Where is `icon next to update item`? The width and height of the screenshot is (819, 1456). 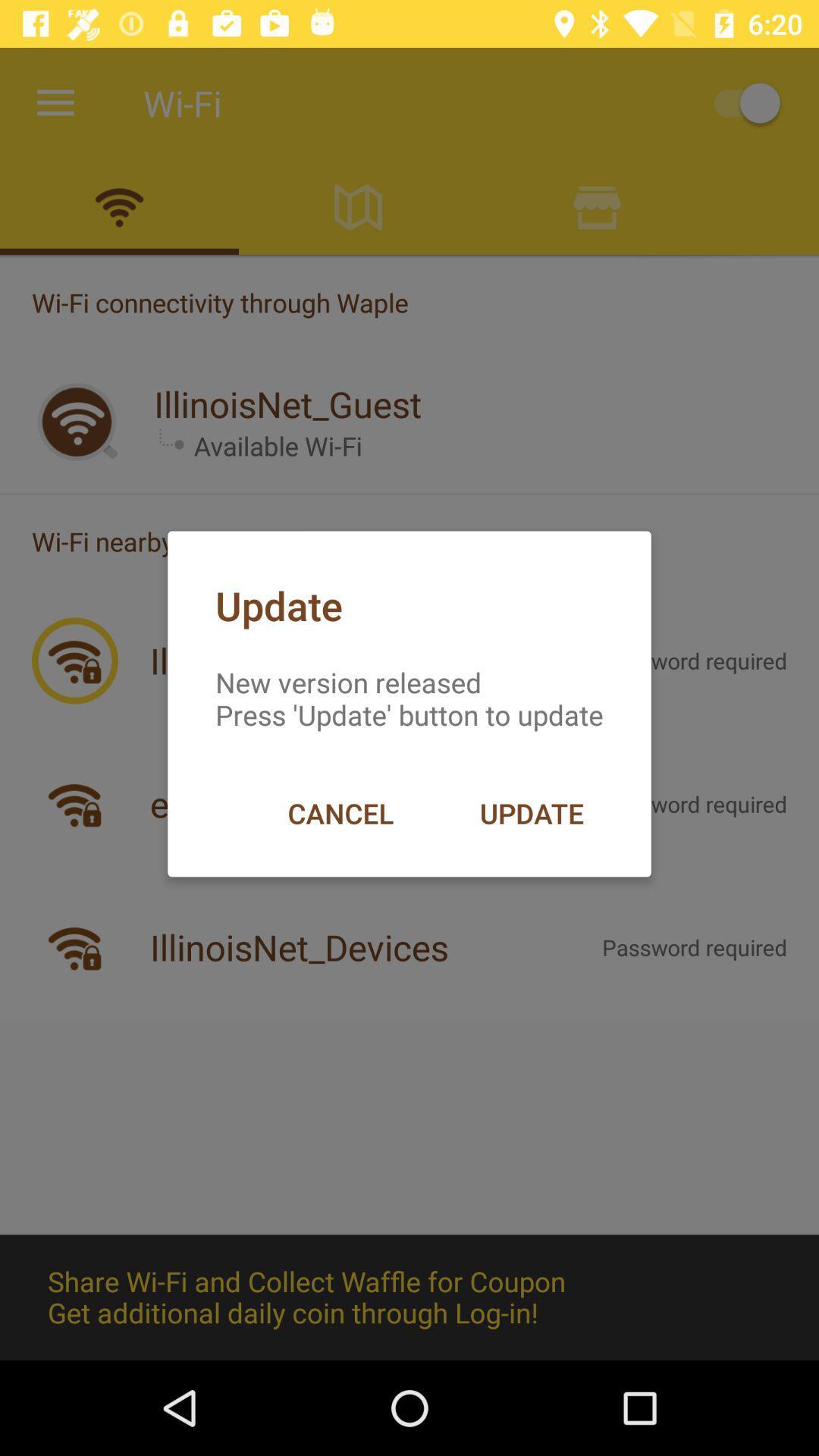
icon next to update item is located at coordinates (340, 812).